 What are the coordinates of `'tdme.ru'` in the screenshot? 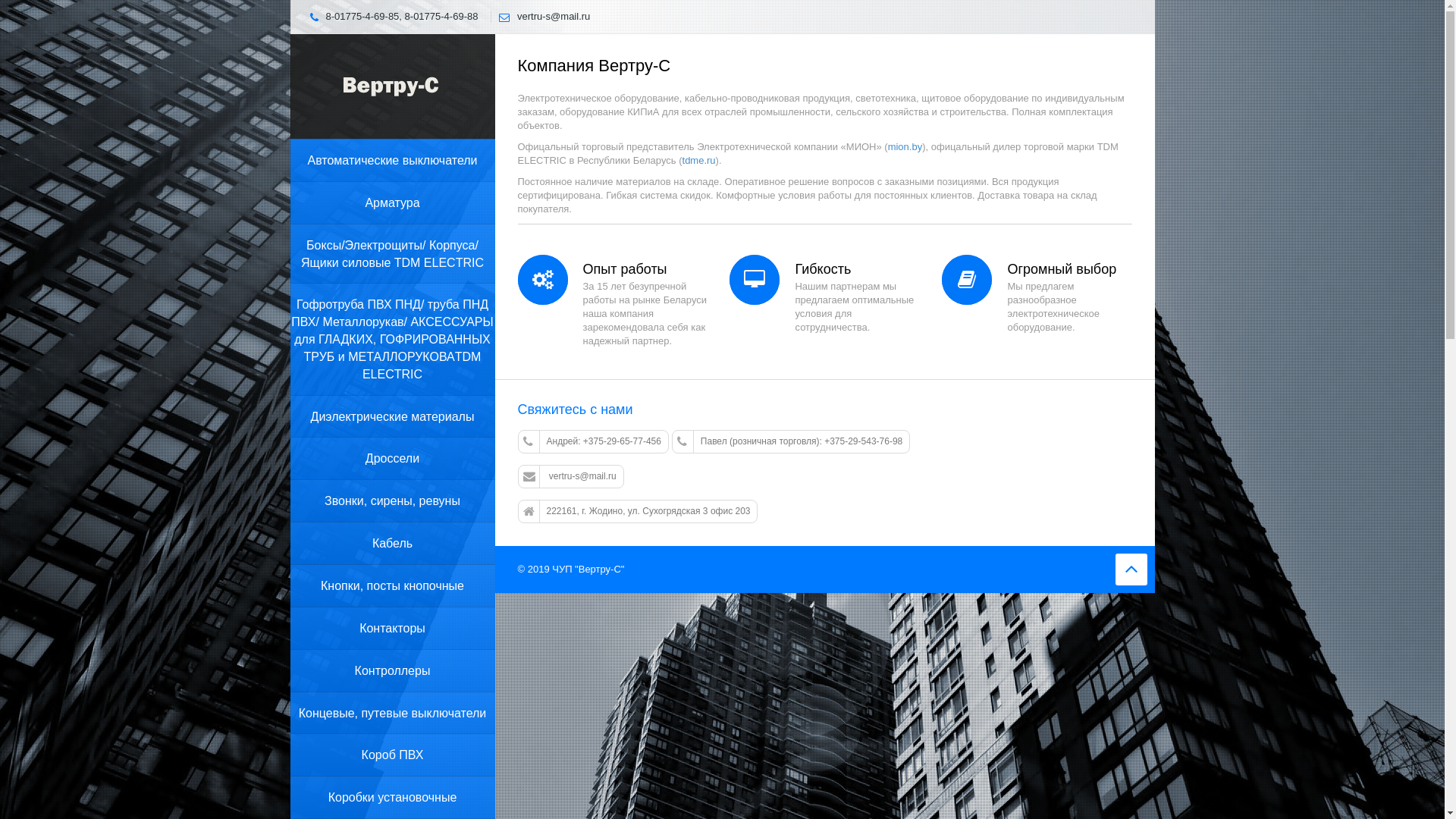 It's located at (698, 160).